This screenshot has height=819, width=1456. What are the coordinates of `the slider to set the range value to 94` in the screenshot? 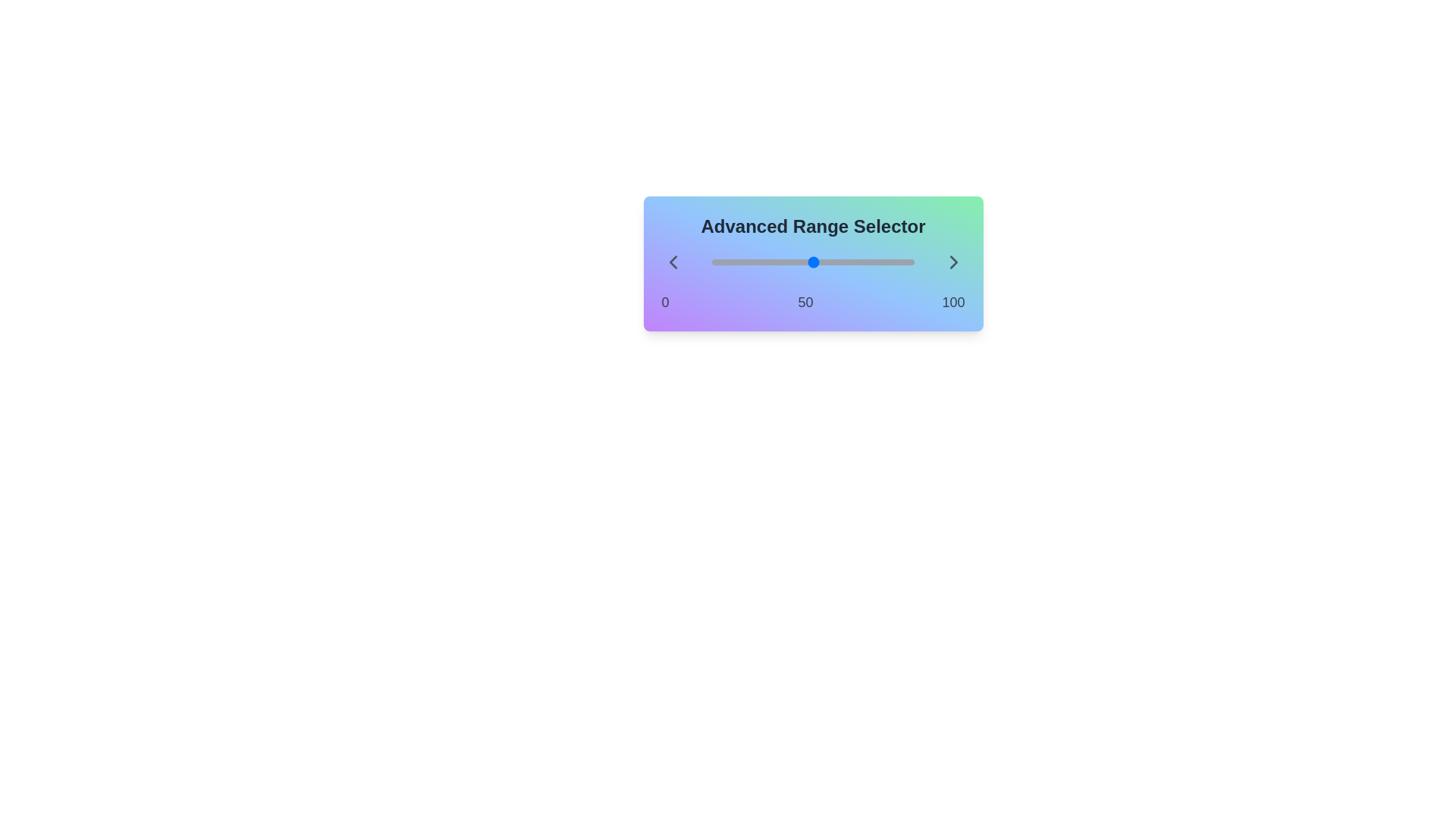 It's located at (711, 262).